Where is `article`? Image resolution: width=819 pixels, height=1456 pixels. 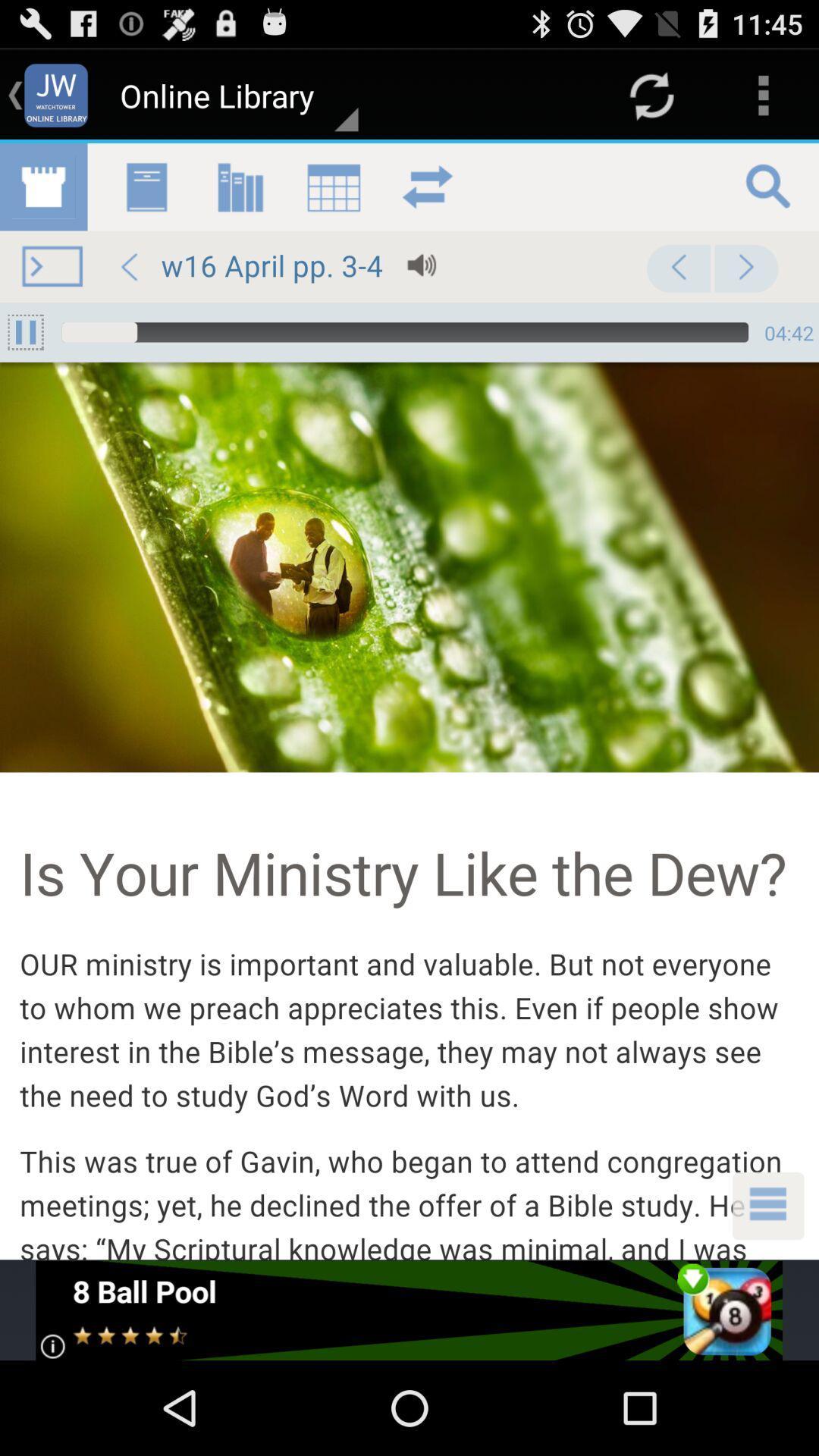 article is located at coordinates (409, 701).